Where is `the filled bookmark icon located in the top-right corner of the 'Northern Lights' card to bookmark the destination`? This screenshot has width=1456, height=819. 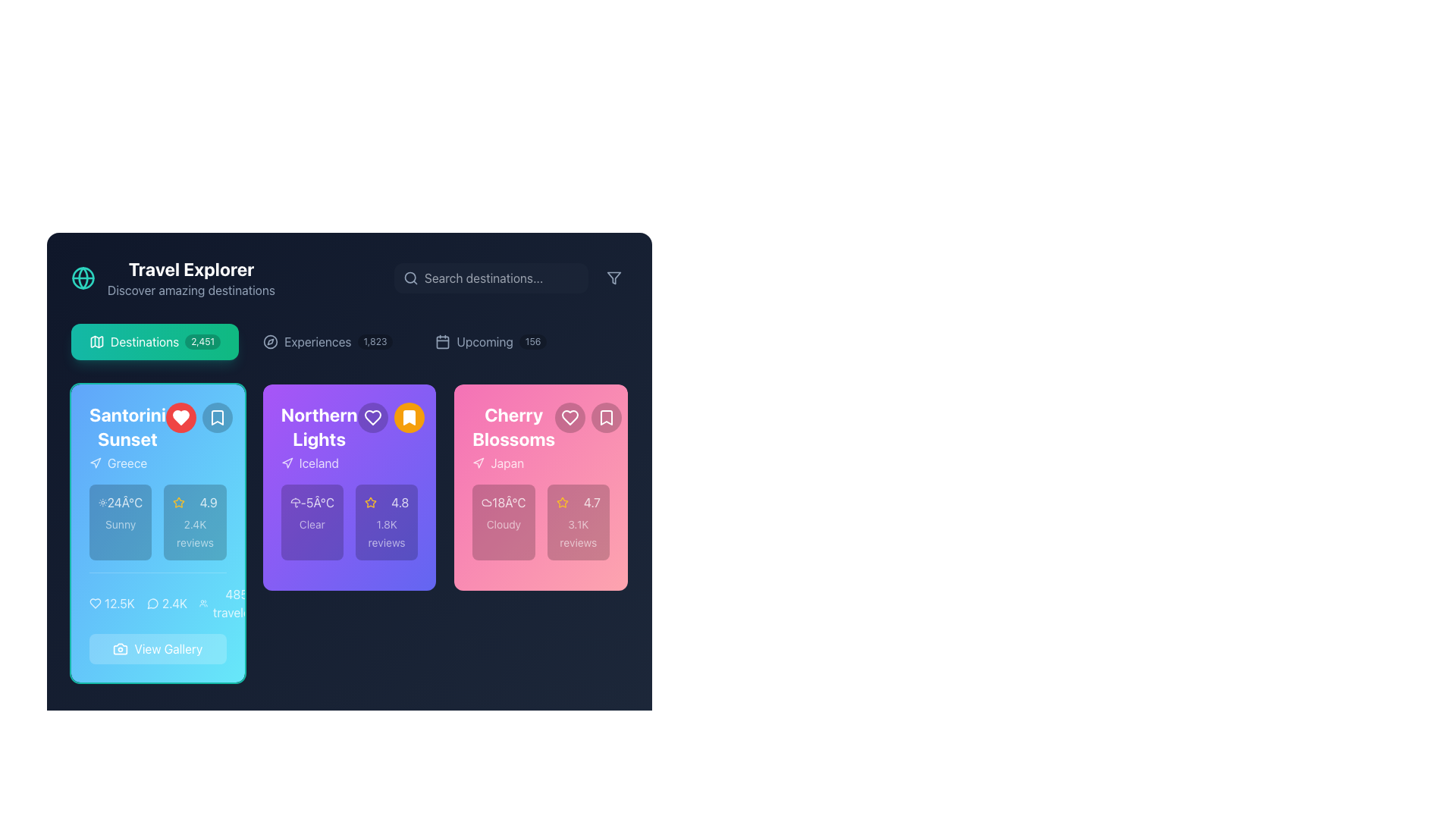 the filled bookmark icon located in the top-right corner of the 'Northern Lights' card to bookmark the destination is located at coordinates (409, 418).